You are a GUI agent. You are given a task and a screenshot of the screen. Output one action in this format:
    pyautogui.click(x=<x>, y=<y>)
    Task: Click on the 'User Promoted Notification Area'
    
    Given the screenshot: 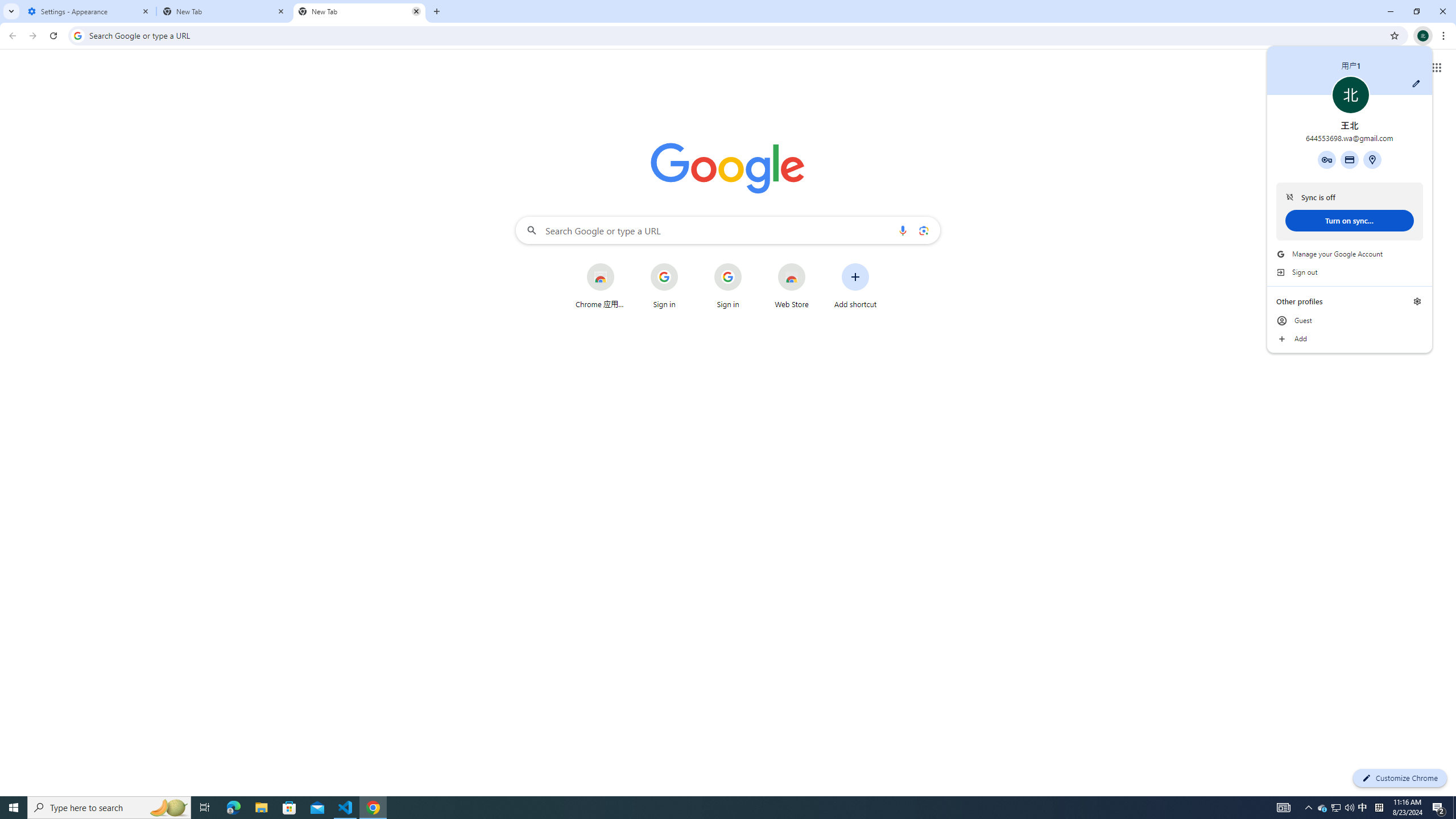 What is the action you would take?
    pyautogui.click(x=1336, y=806)
    